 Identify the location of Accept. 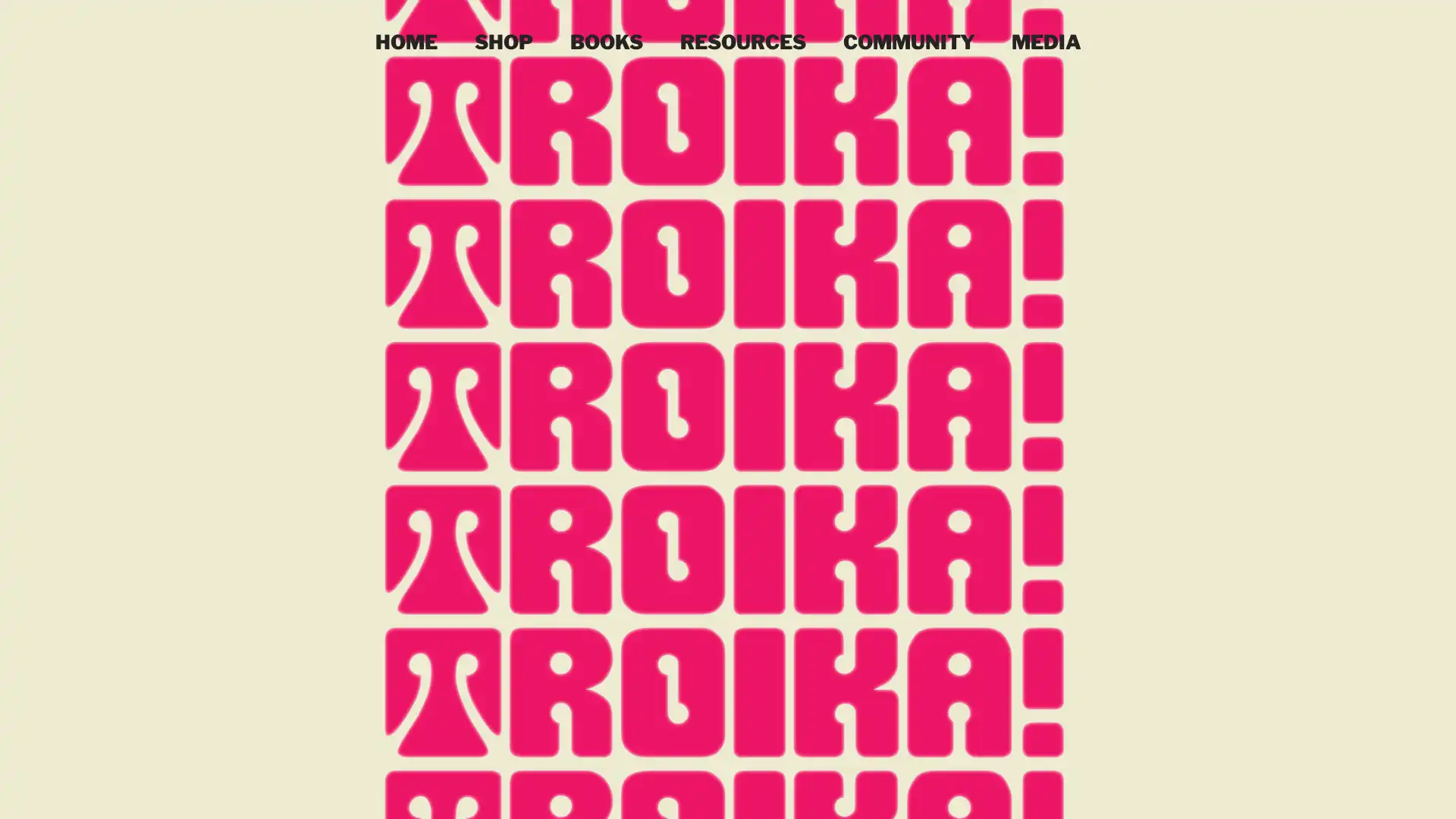
(1388, 792).